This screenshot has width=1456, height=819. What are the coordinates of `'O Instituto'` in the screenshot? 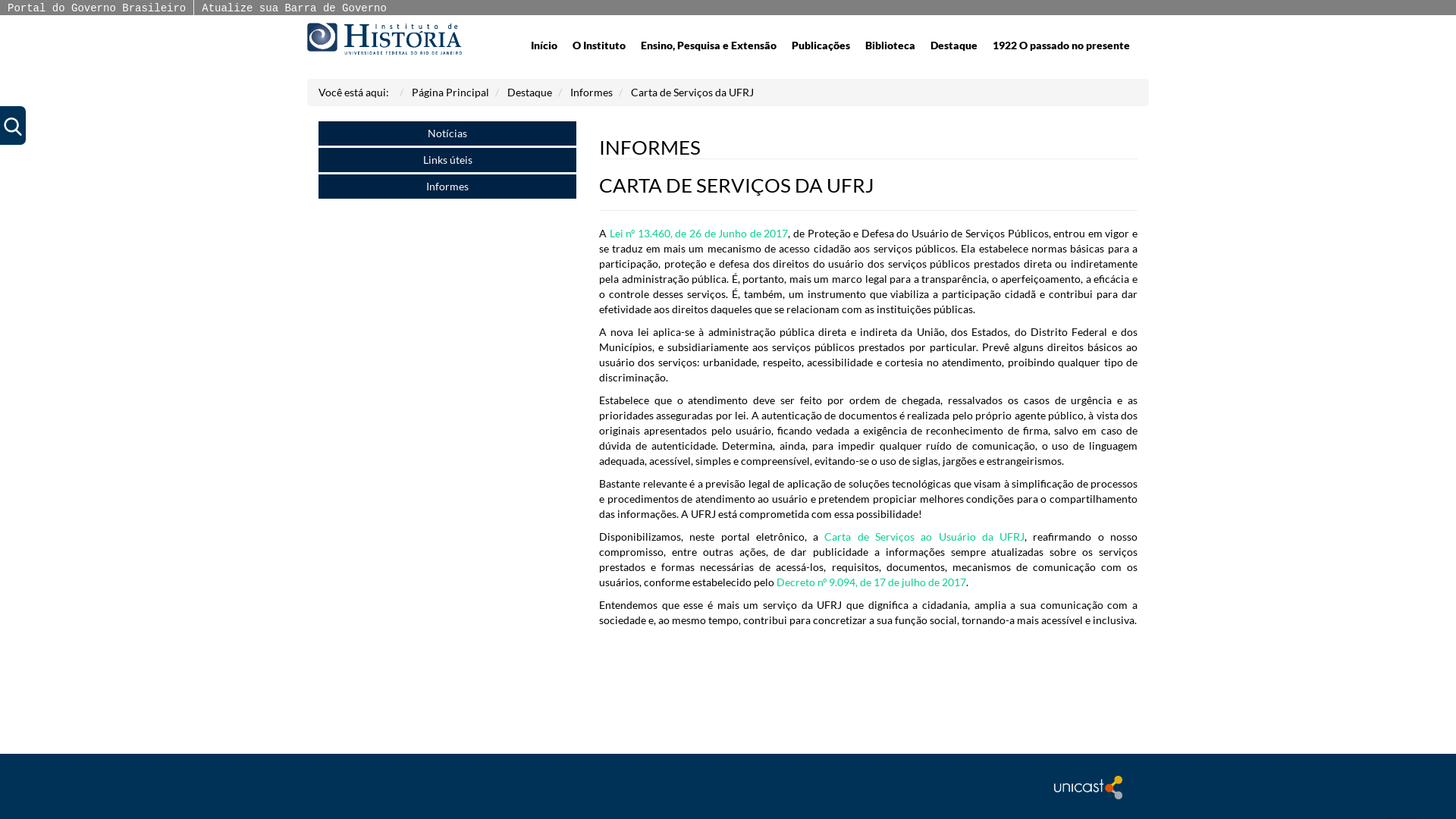 It's located at (571, 44).